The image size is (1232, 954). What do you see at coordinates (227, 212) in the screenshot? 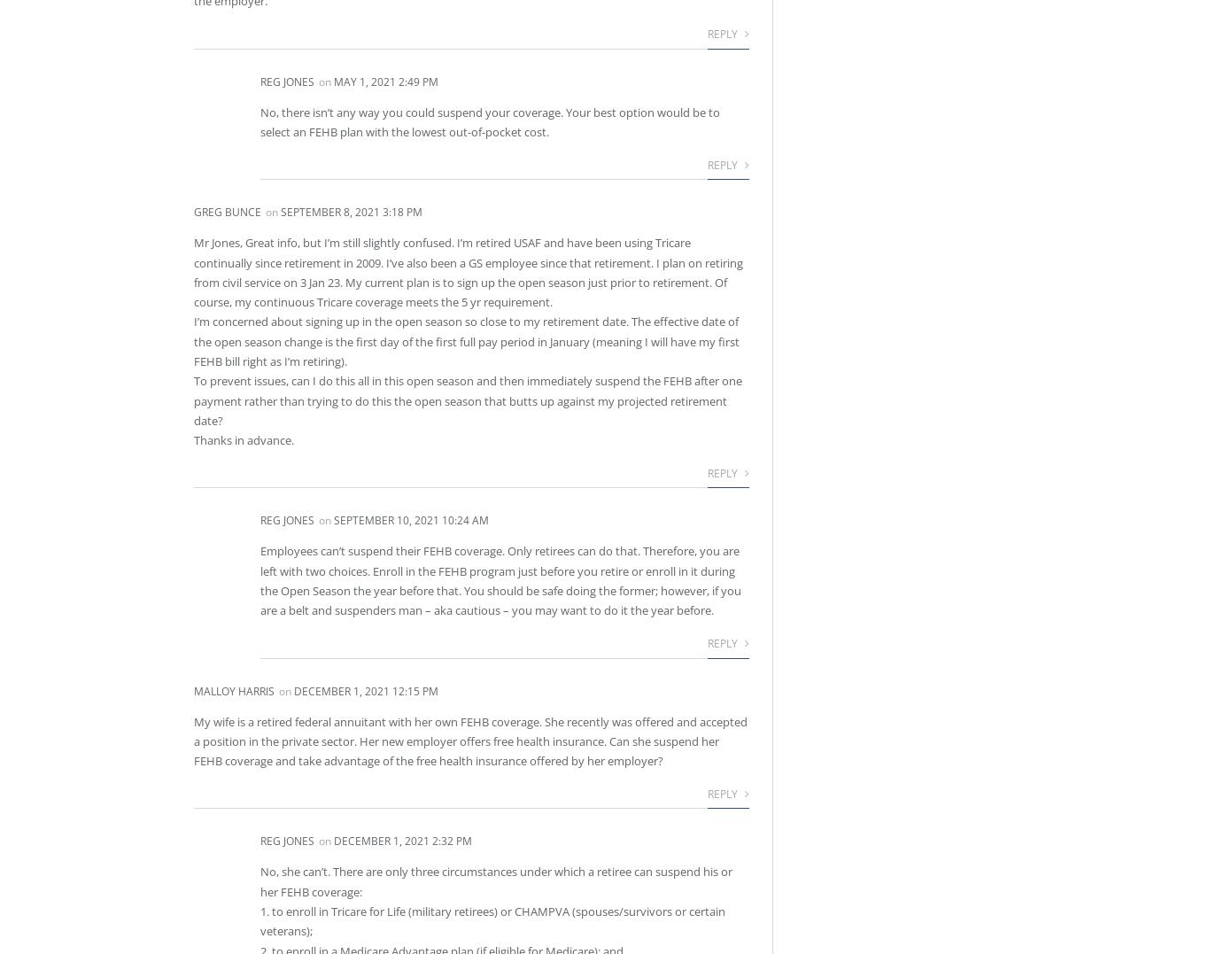
I see `'Greg Bunce'` at bounding box center [227, 212].